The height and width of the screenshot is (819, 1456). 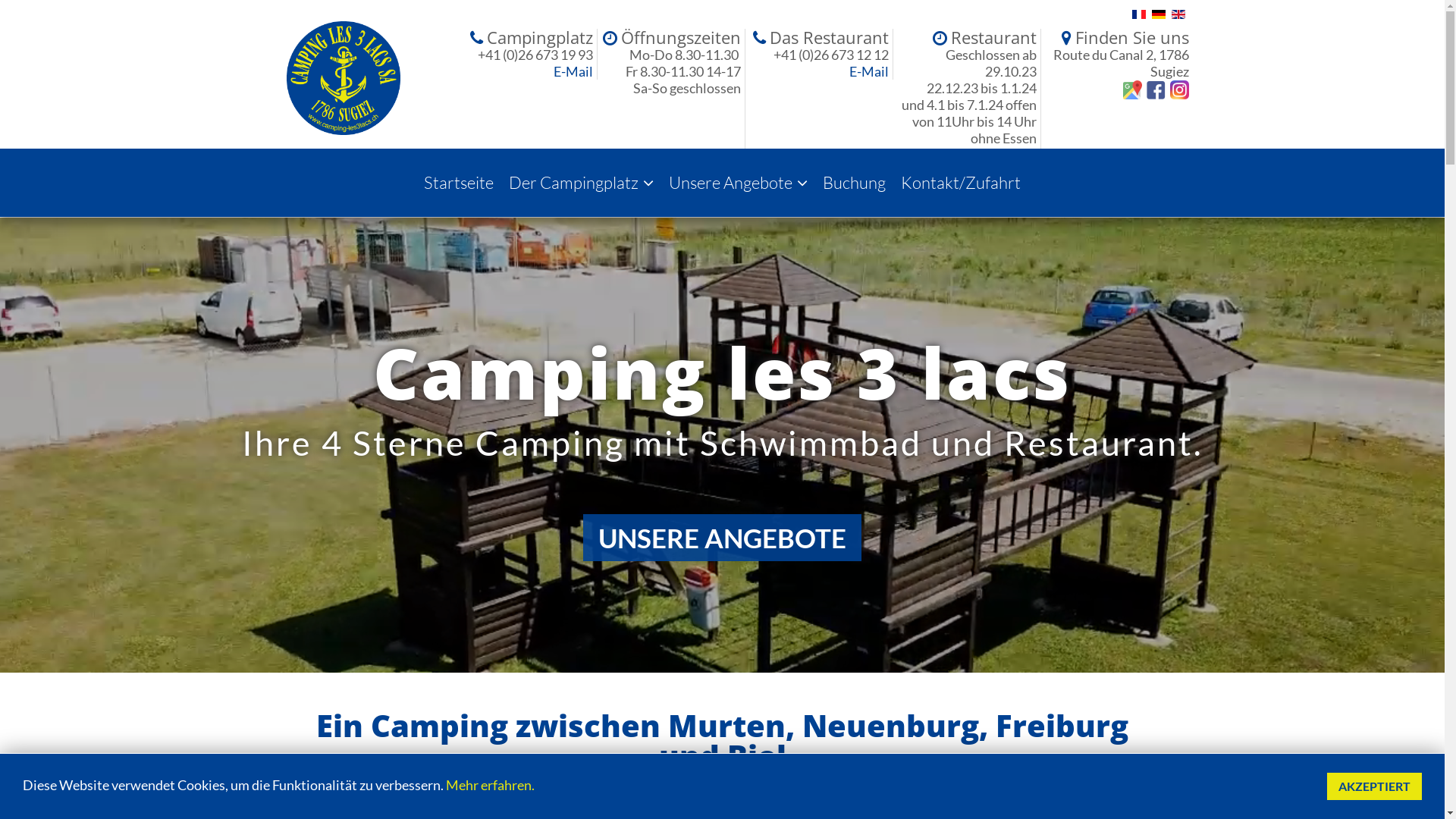 I want to click on 'E-Mail', so click(x=869, y=71).